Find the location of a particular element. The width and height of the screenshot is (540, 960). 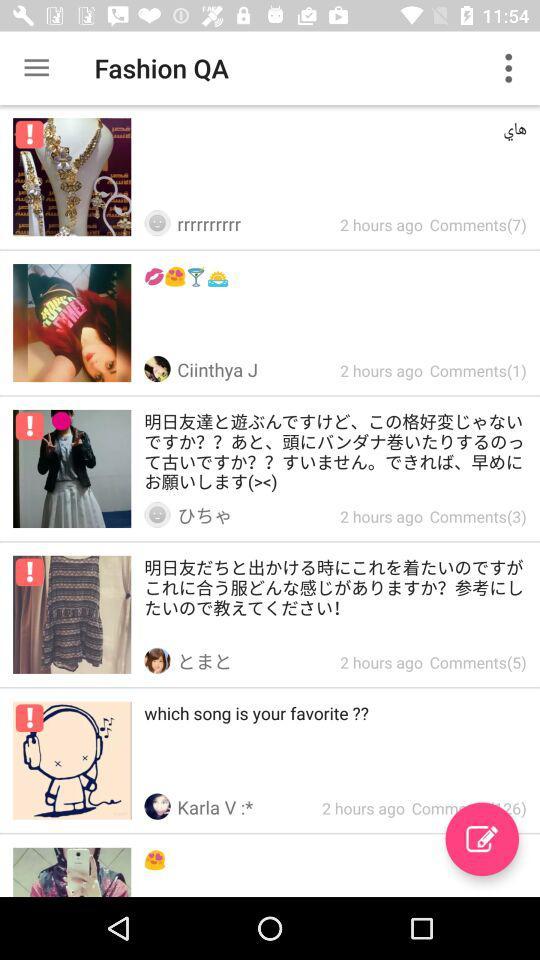

a post is located at coordinates (481, 839).